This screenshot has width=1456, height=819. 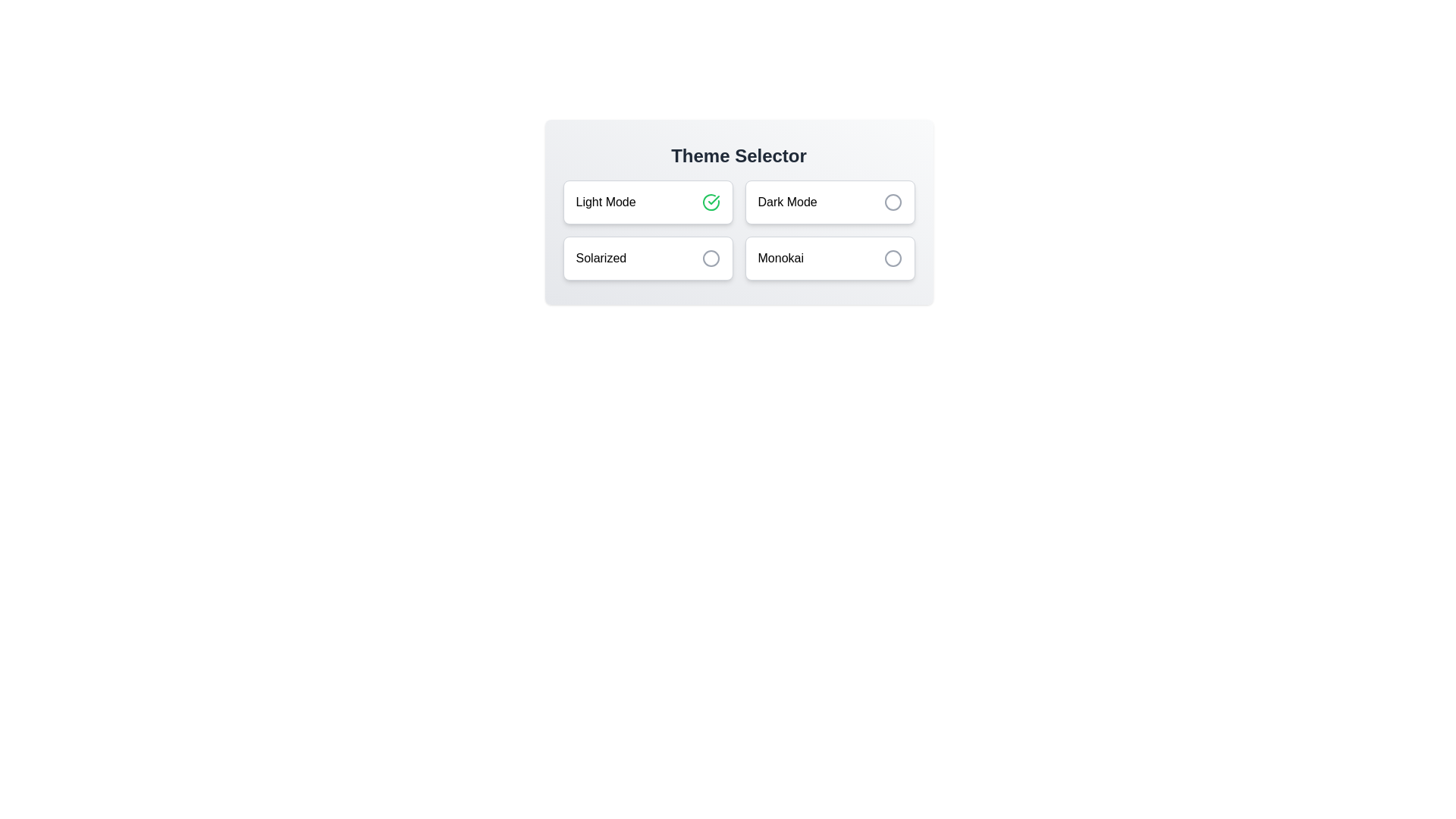 I want to click on the button corresponding to the theme Solarized, so click(x=648, y=257).